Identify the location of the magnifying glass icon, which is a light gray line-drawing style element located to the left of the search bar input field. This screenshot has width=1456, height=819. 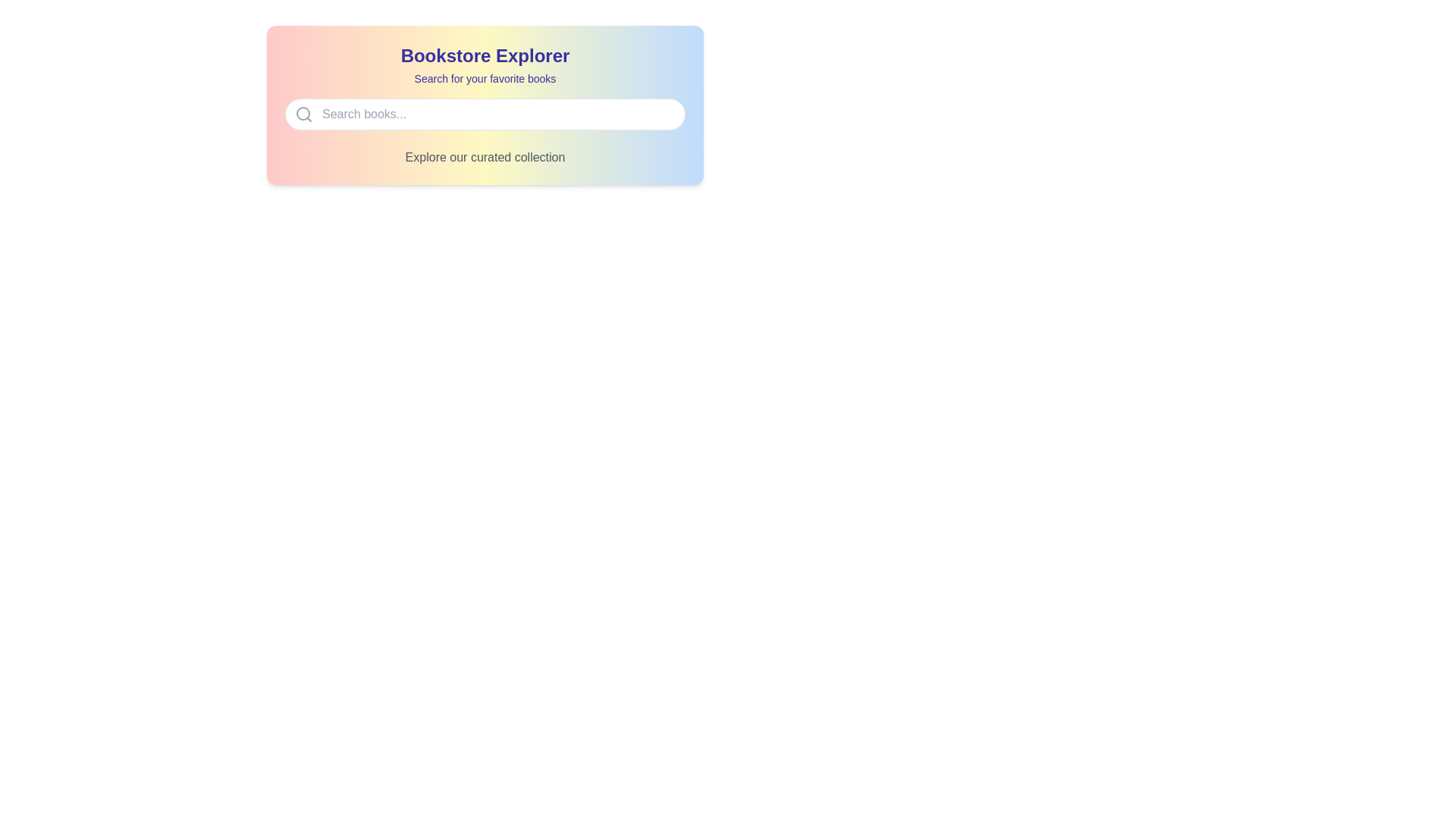
(303, 113).